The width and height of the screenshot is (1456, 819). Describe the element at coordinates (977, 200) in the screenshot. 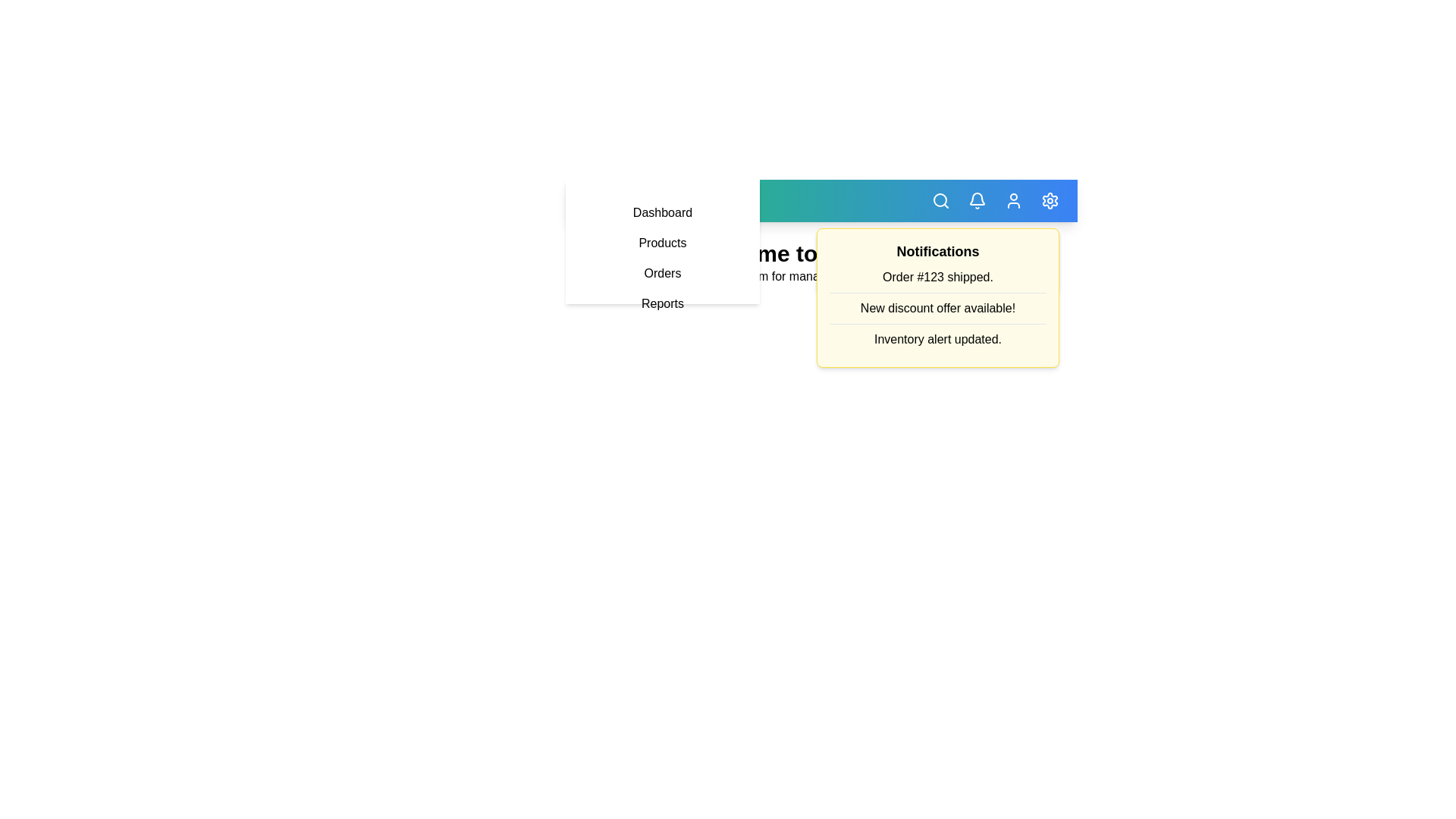

I see `the notification button icon, which is the third icon from the left in the top-right corner of the interface` at that location.